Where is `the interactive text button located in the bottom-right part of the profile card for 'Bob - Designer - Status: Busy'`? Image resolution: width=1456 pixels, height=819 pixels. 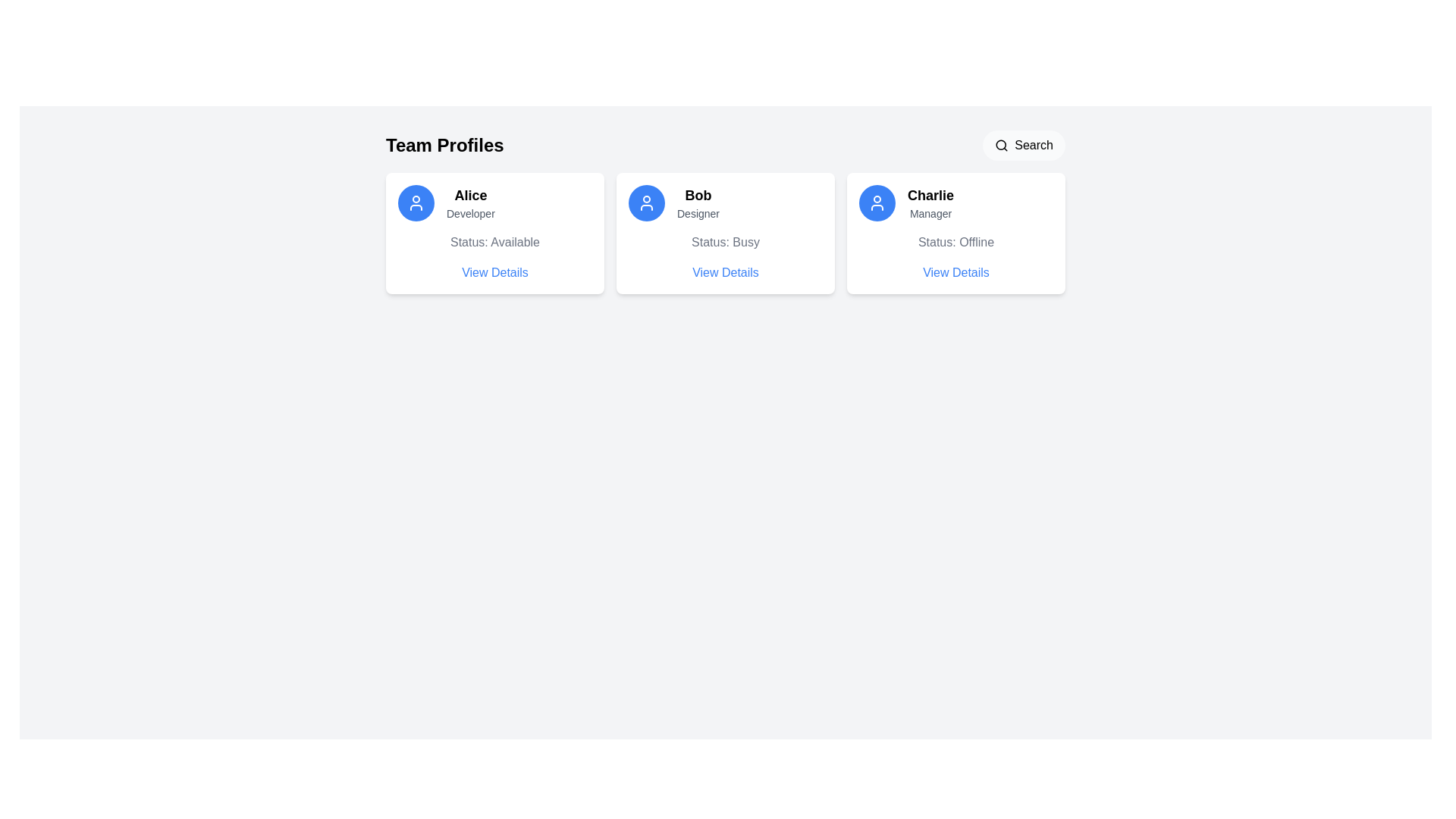 the interactive text button located in the bottom-right part of the profile card for 'Bob - Designer - Status: Busy' is located at coordinates (724, 271).